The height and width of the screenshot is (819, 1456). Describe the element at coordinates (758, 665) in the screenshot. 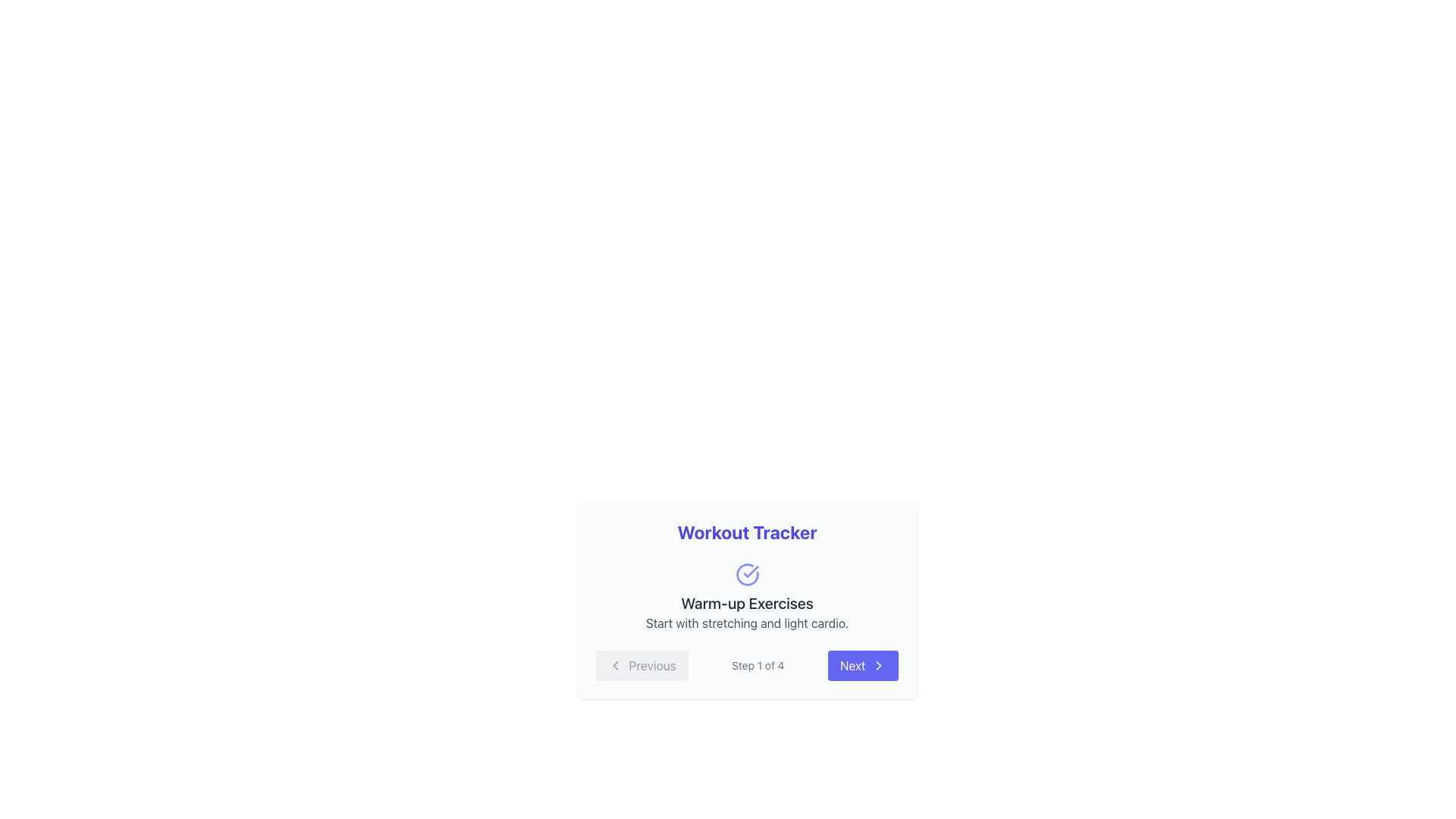

I see `the Static Text Label displaying the progress 'Step 1 of 4' located in the bottom navigation area between the 'Previous' and 'Next' buttons` at that location.